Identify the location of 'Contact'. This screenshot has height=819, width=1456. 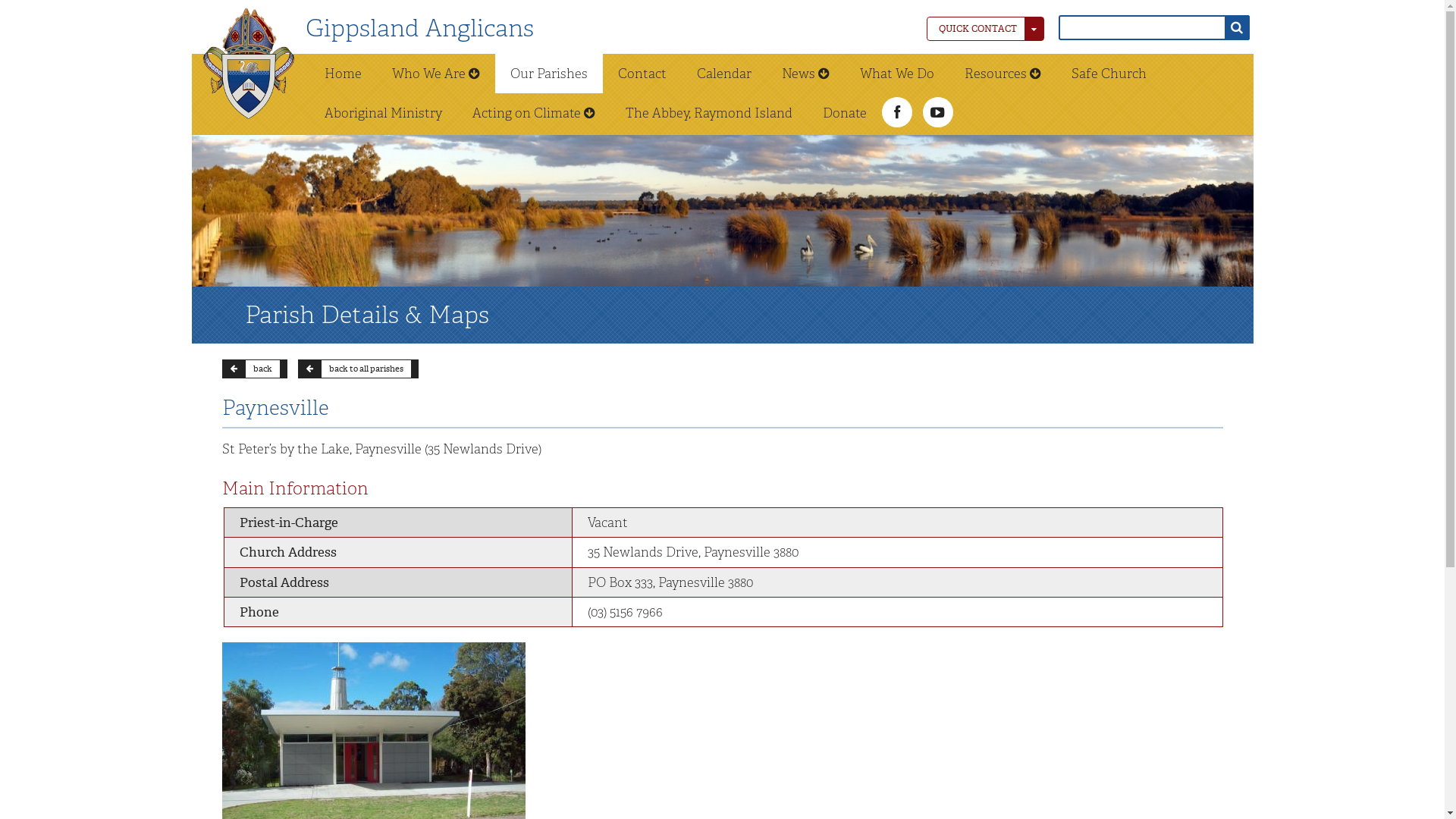
(601, 73).